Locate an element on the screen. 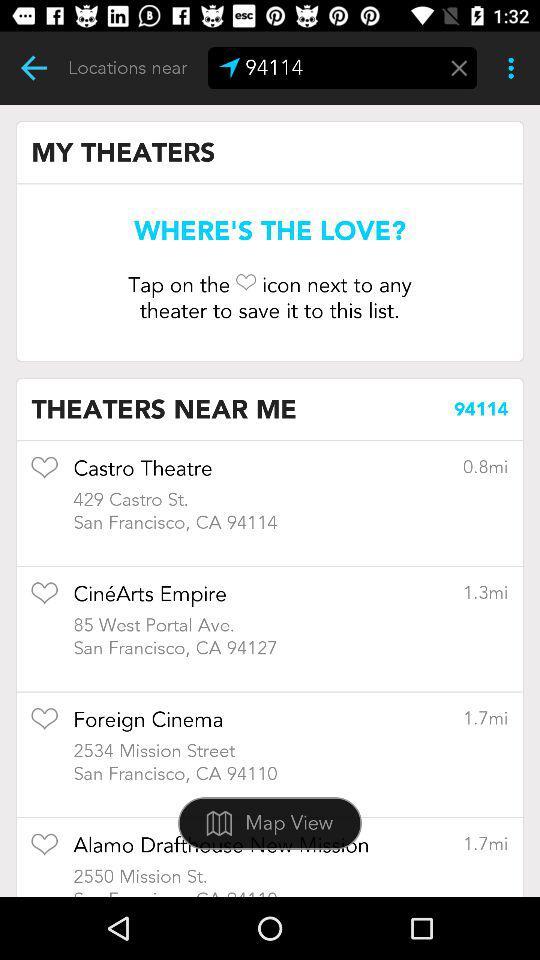 The height and width of the screenshot is (960, 540). love/ like is located at coordinates (44, 474).